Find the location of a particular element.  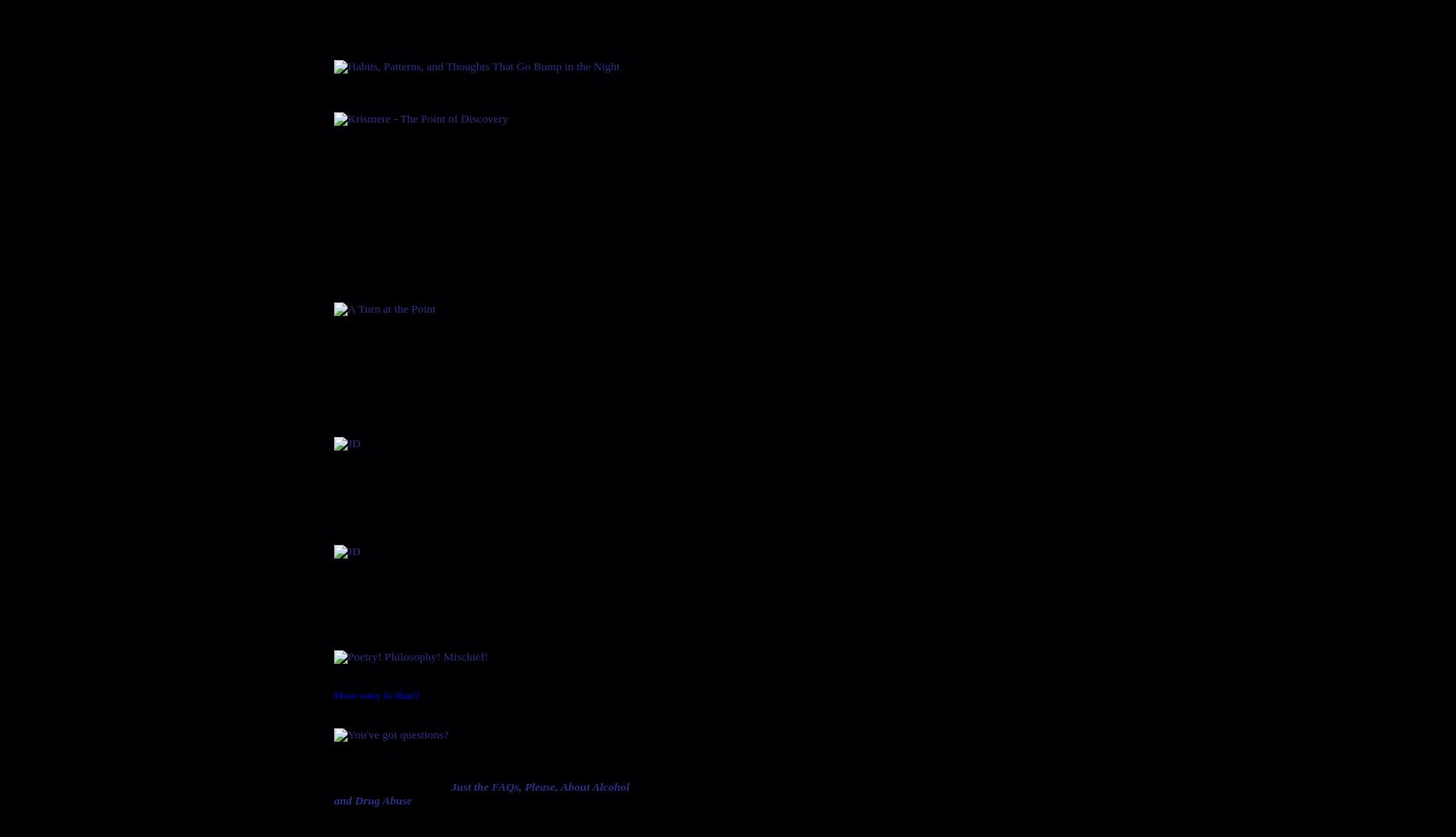

'Click on the covers for direct links to publishers.  Great deals, all!' is located at coordinates (474, 610).